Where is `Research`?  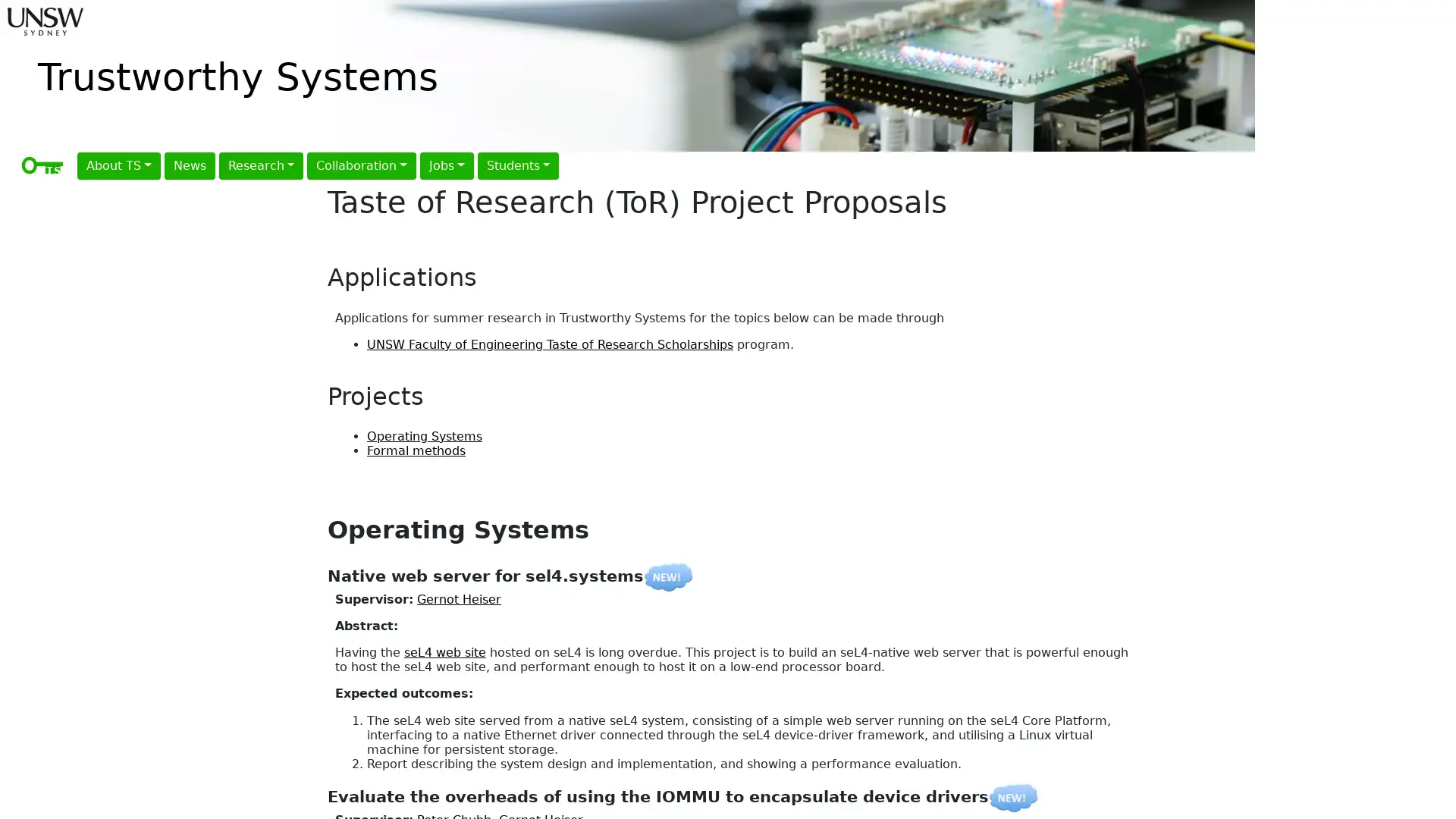 Research is located at coordinates (261, 165).